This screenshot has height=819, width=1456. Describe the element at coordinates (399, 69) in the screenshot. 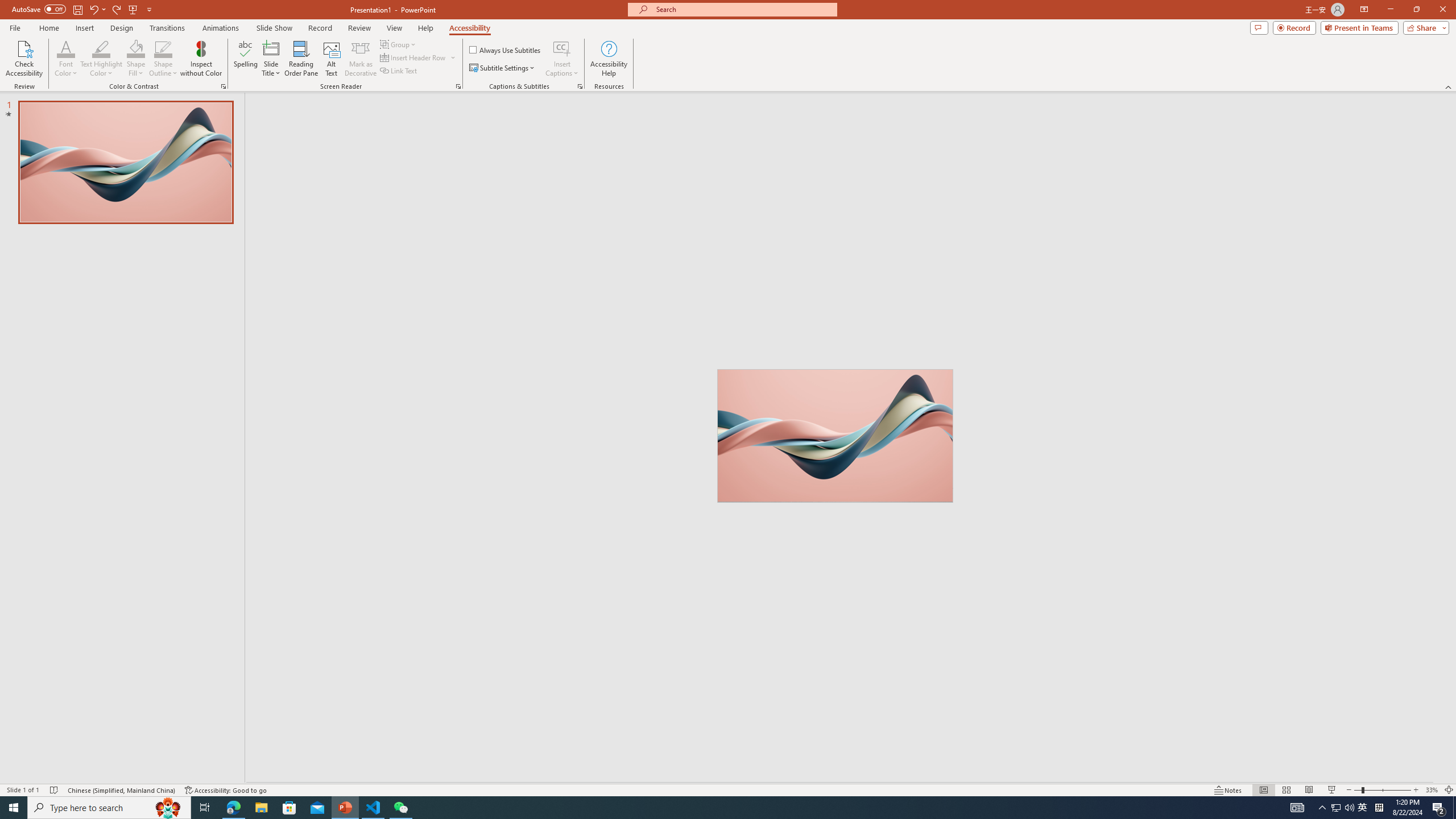

I see `'Link Text'` at that location.